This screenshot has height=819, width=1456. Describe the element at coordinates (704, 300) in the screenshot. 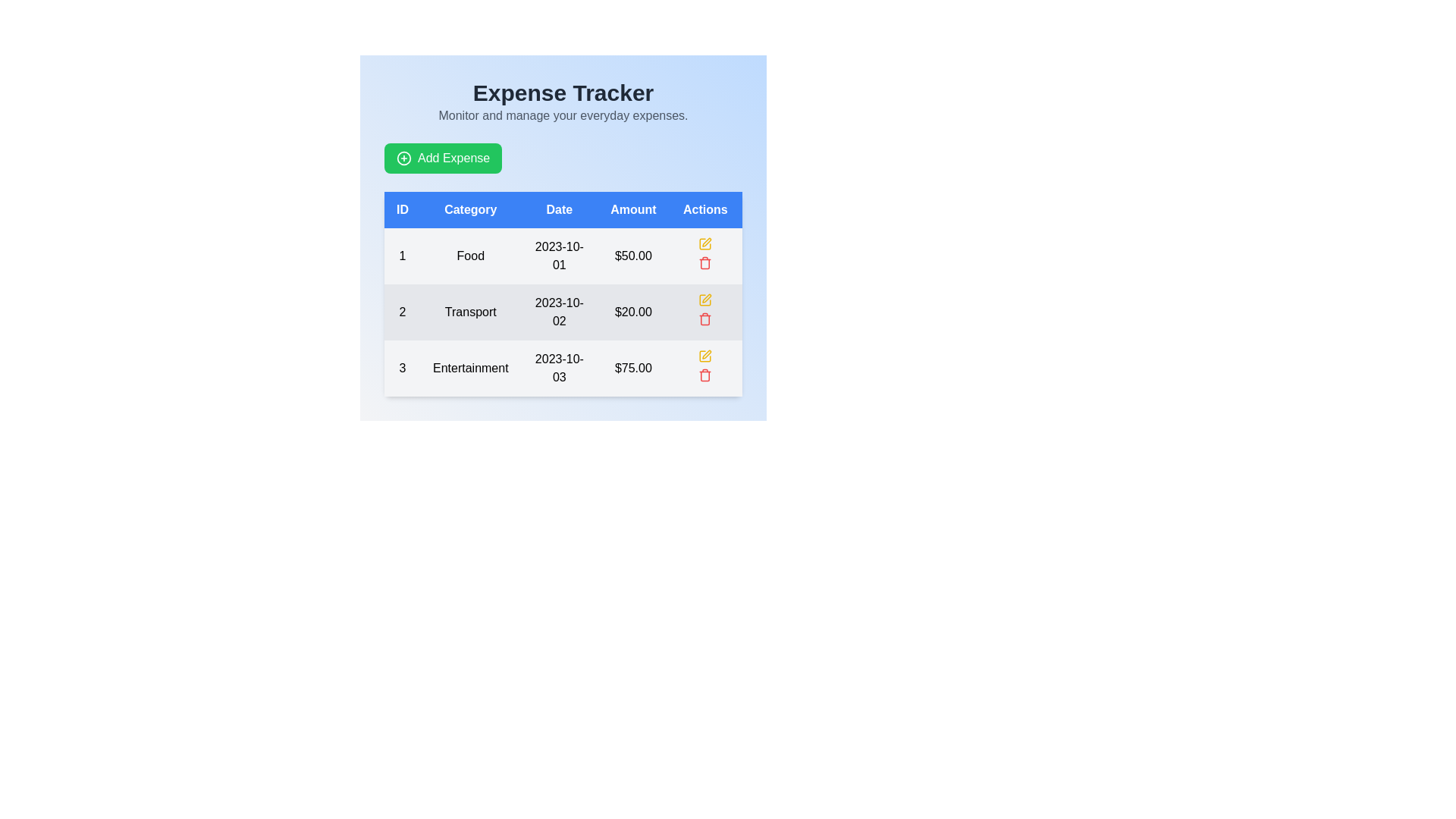

I see `the edit icon in the 'Actions' column of the second row associated with the 'Transport' category` at that location.